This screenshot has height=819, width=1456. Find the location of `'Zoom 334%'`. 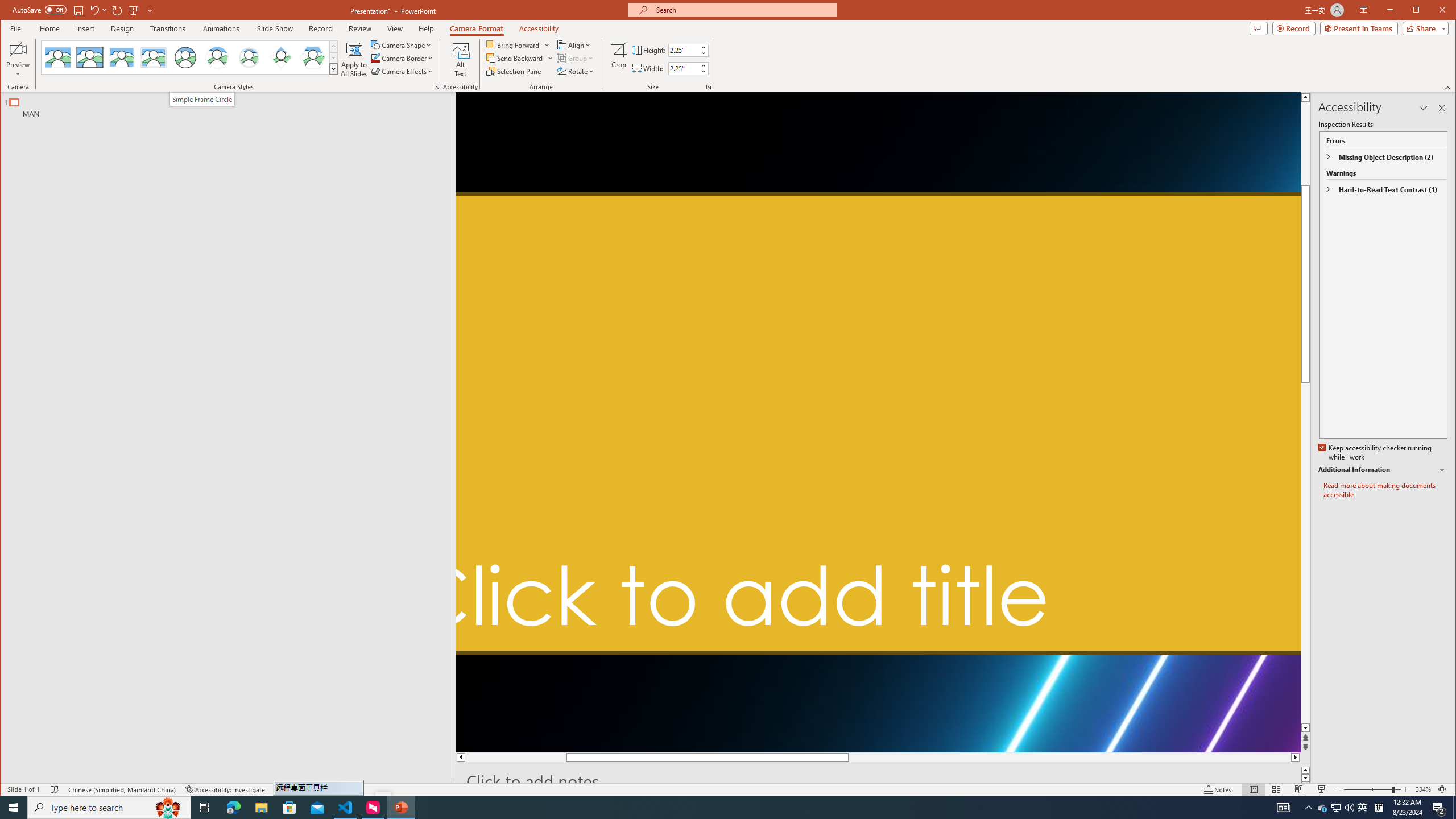

'Zoom 334%' is located at coordinates (1423, 789).